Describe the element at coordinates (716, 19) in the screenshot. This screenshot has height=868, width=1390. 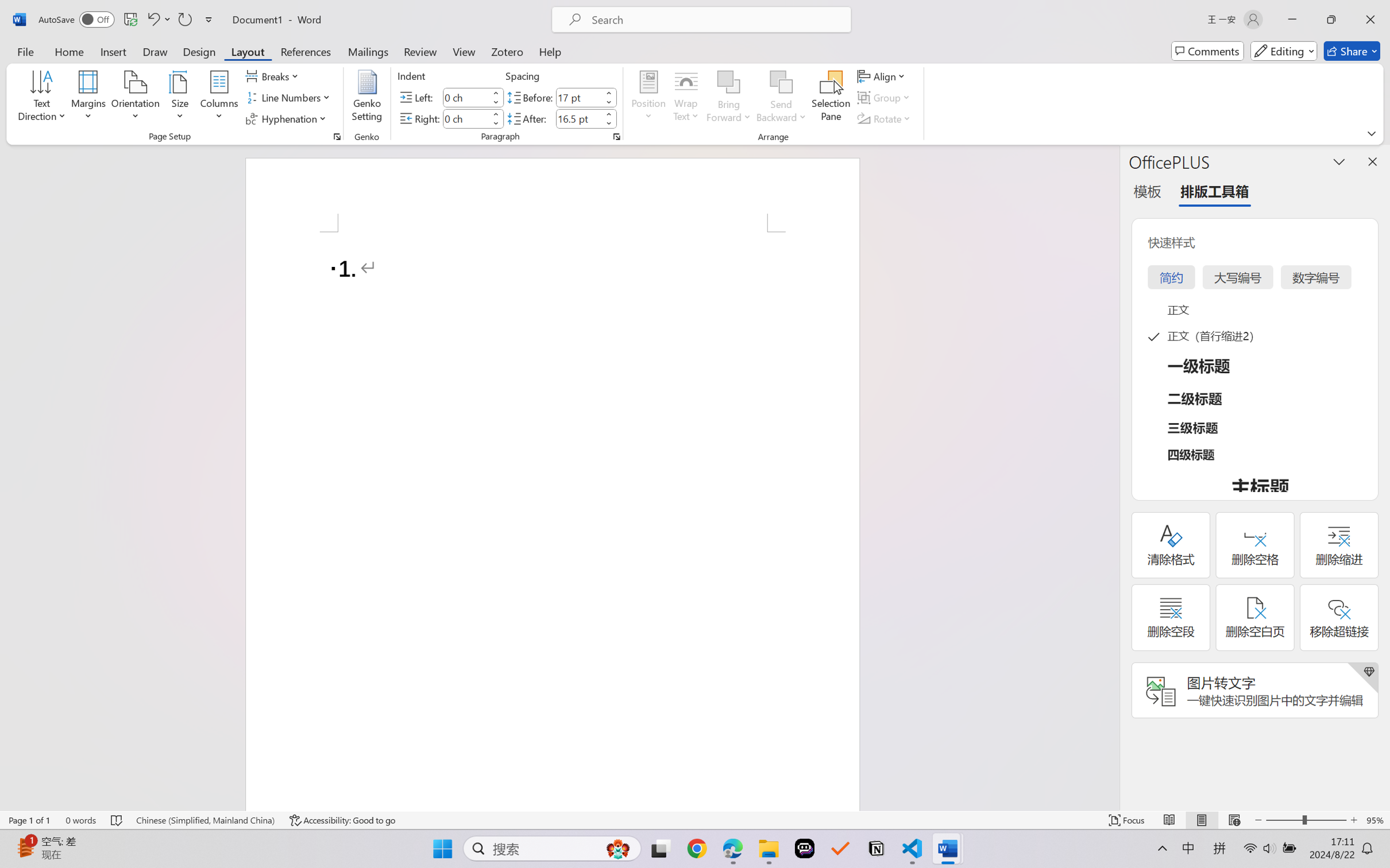
I see `'Microsoft search'` at that location.